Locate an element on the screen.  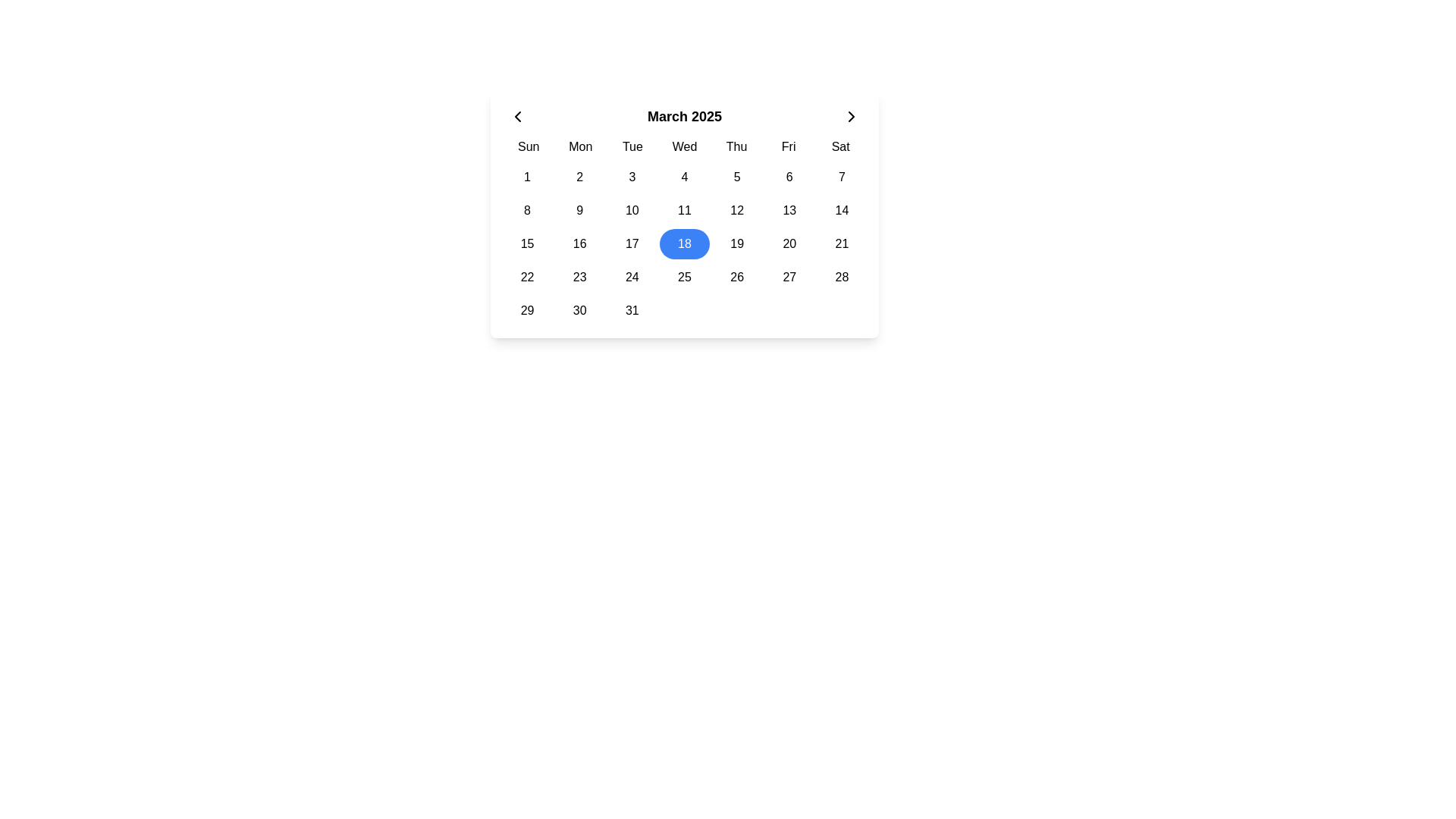
the small circular button displaying the number '30' is located at coordinates (579, 309).